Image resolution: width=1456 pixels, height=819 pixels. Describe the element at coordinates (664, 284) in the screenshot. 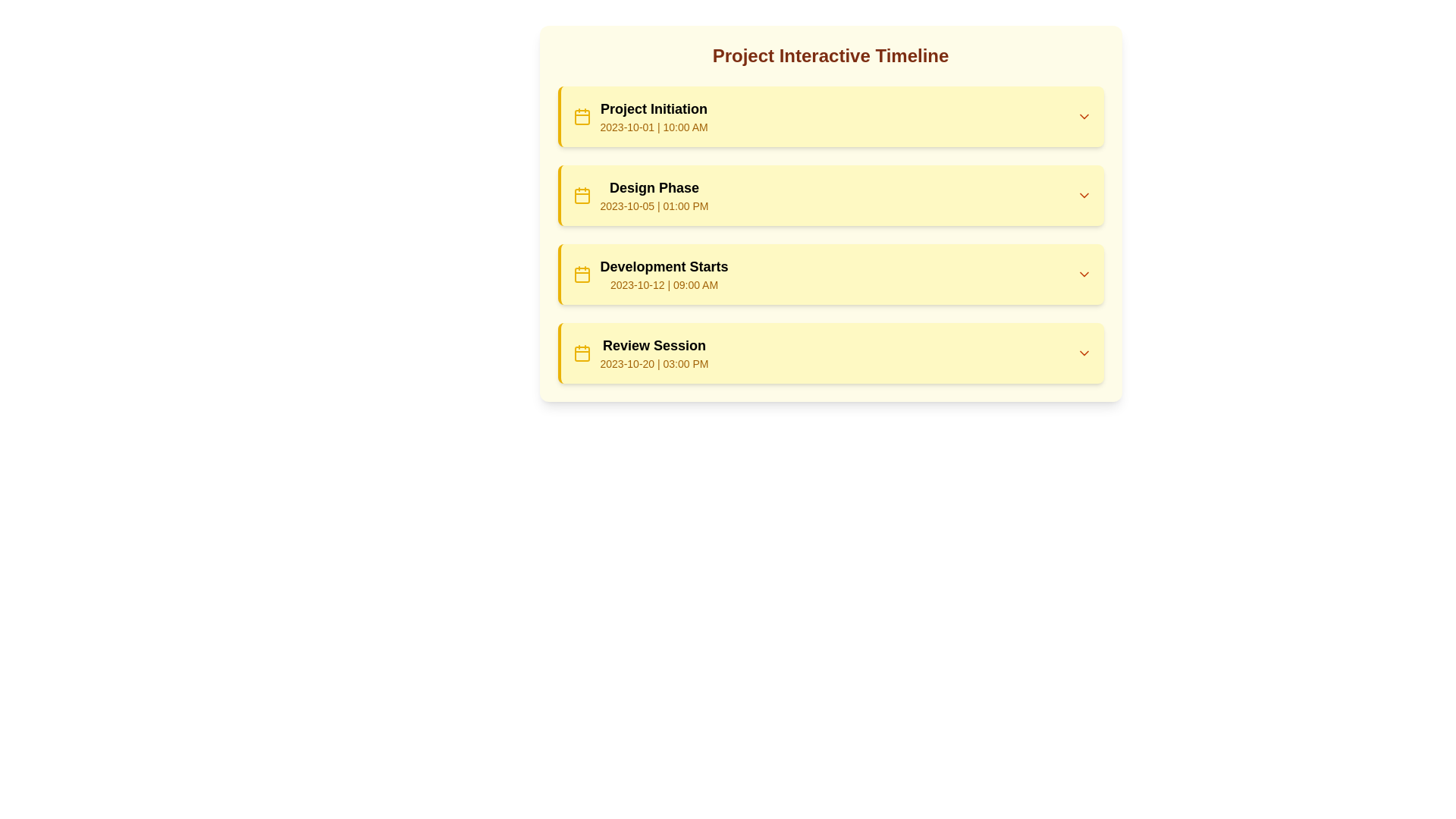

I see `the text label displaying the timestamp '2023-10-12 | 09:00 AM' located below the 'Development Starts' title in the third section of the 'Project Interactive Timeline'` at that location.